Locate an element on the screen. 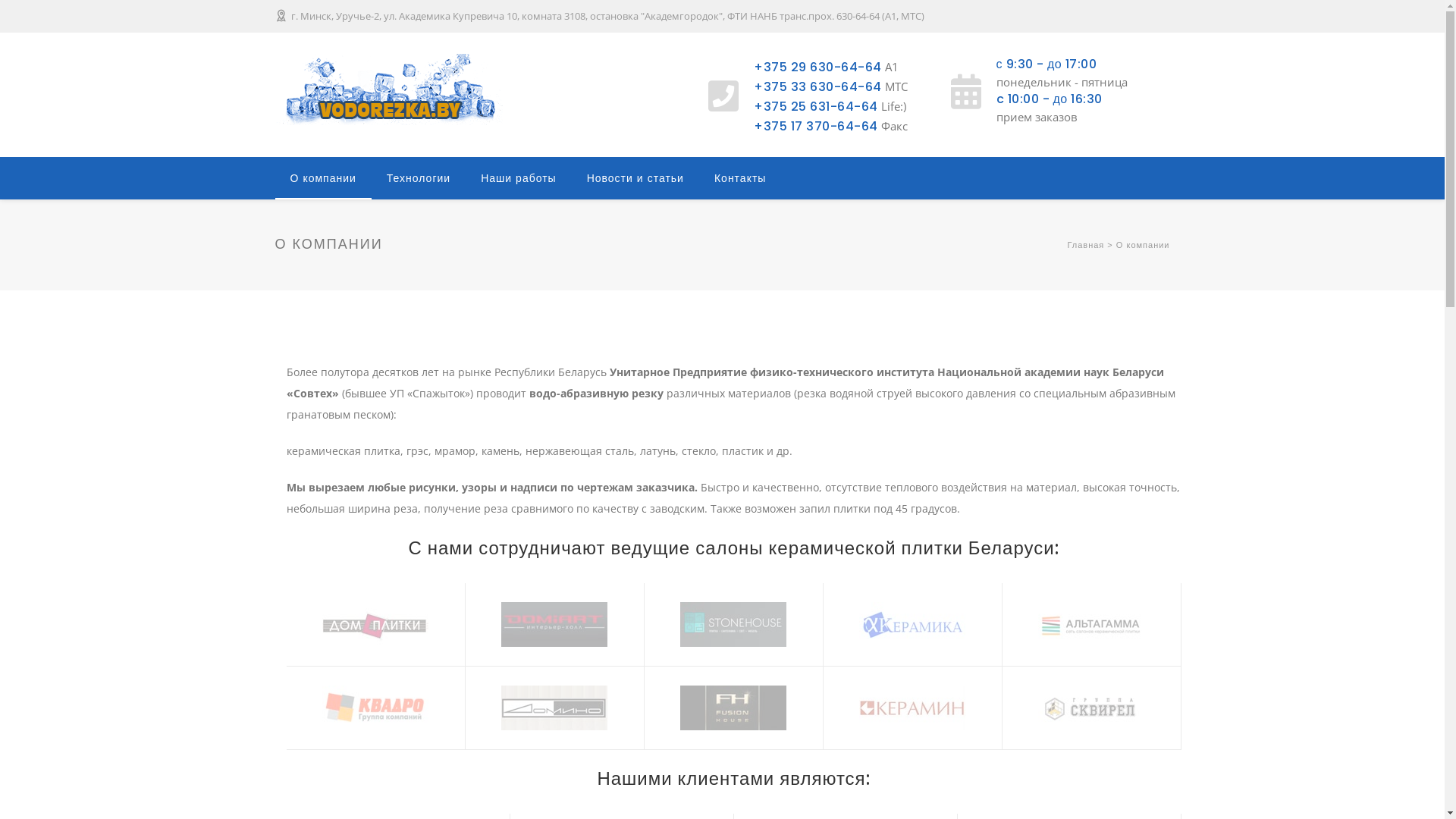  '+375 17 370-64-64' is located at coordinates (814, 125).